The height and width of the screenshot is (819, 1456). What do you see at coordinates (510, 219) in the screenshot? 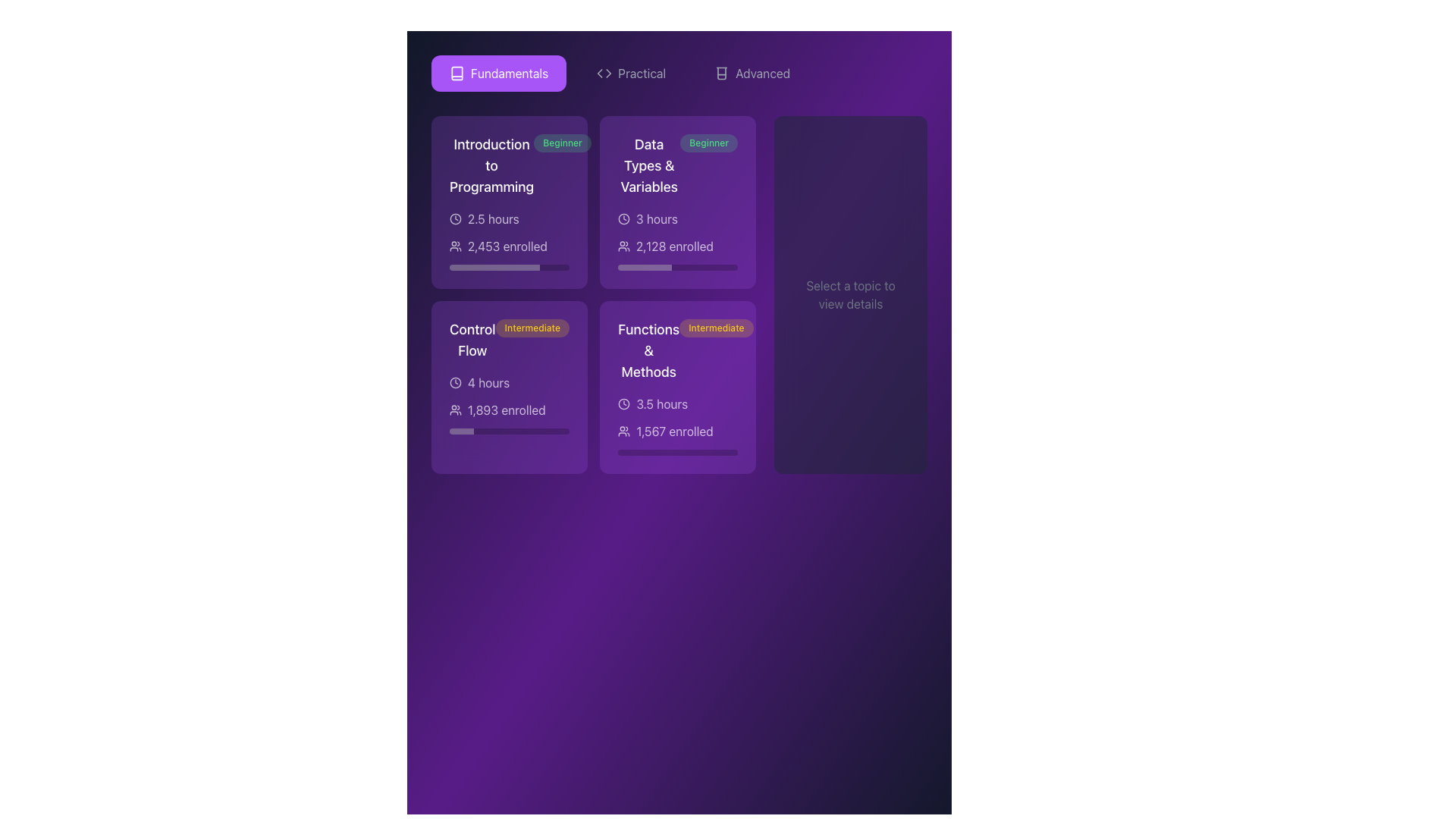
I see `displayed information of the text element '2.5 hours' with the clock icon, located in the first card under the 'Fundamentals' section, beneath 'Introduction to Programming'` at bounding box center [510, 219].